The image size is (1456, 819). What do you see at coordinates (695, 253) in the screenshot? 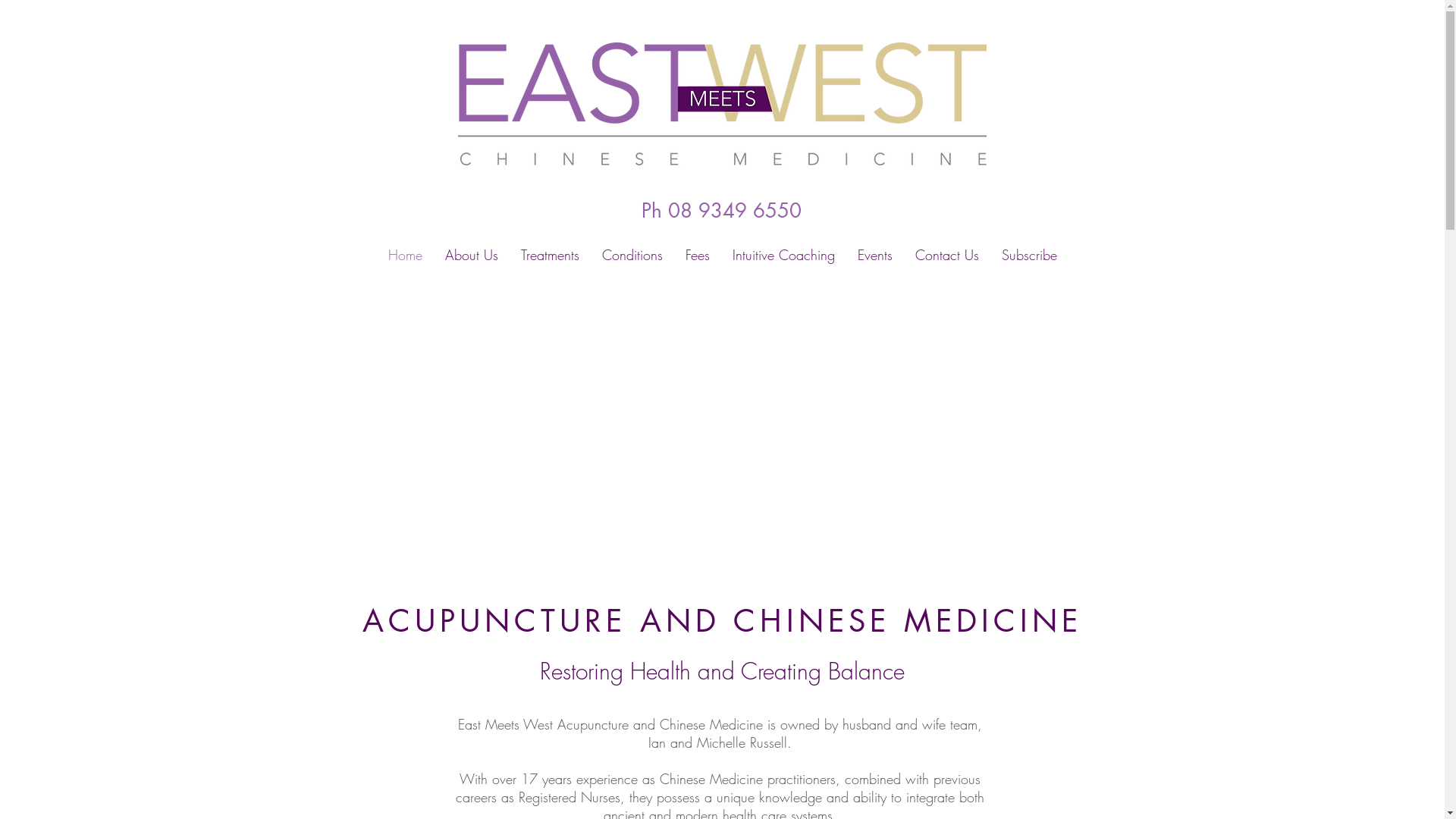
I see `'Fees'` at bounding box center [695, 253].